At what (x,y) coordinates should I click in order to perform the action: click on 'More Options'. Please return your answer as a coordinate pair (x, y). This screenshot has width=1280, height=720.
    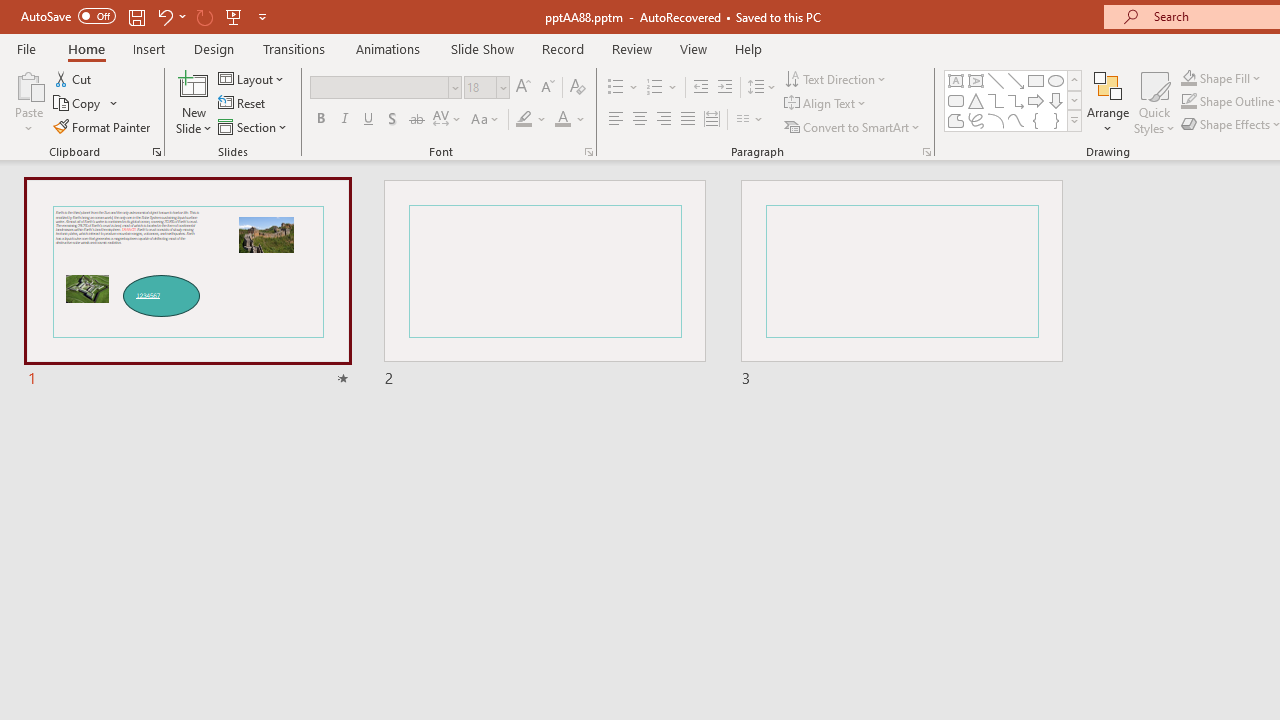
    Looking at the image, I should click on (1232, 77).